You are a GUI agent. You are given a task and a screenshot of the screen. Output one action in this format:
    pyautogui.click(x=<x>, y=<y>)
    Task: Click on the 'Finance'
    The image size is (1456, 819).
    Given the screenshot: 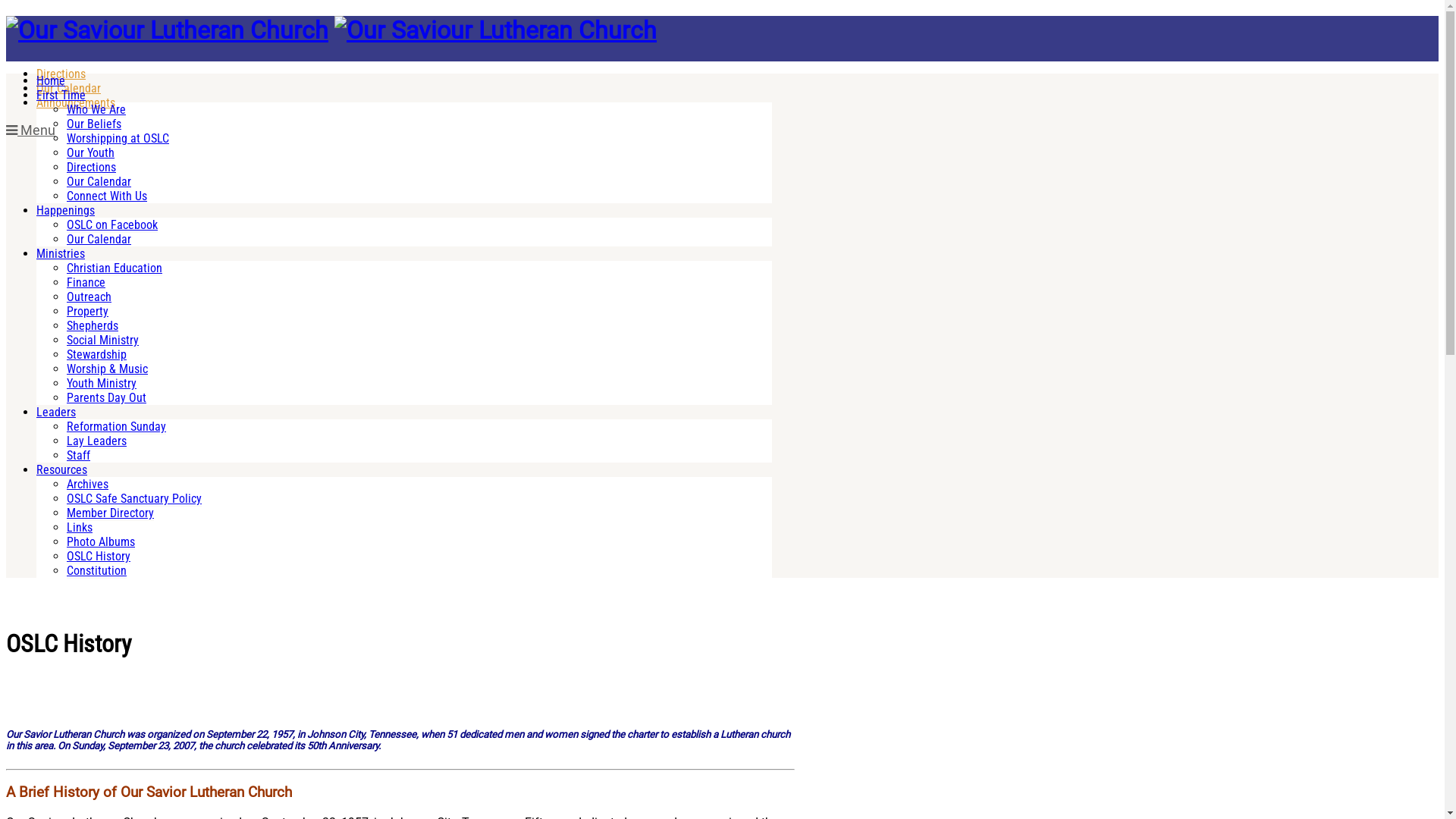 What is the action you would take?
    pyautogui.click(x=85, y=283)
    